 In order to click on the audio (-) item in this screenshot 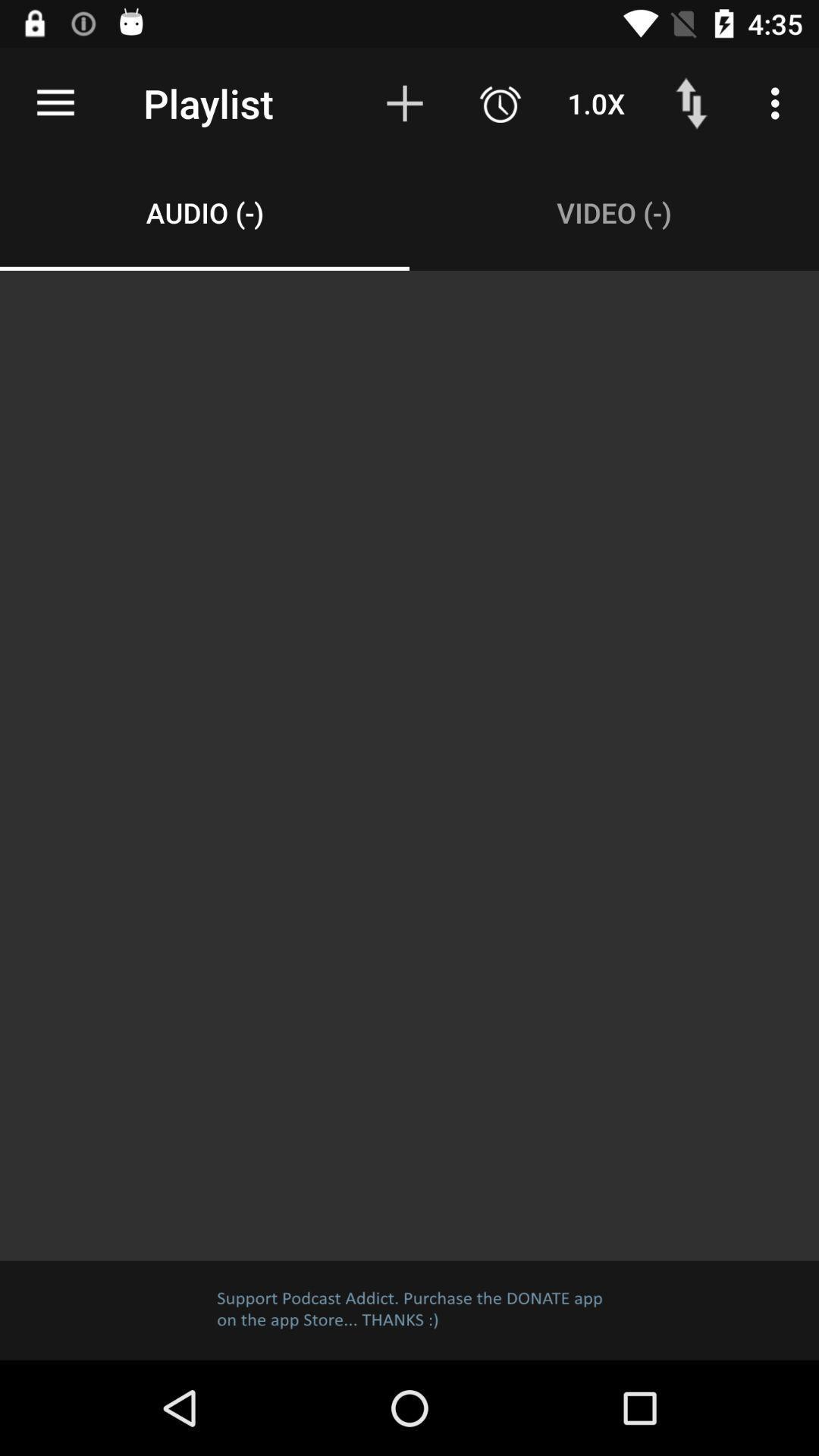, I will do `click(205, 212)`.